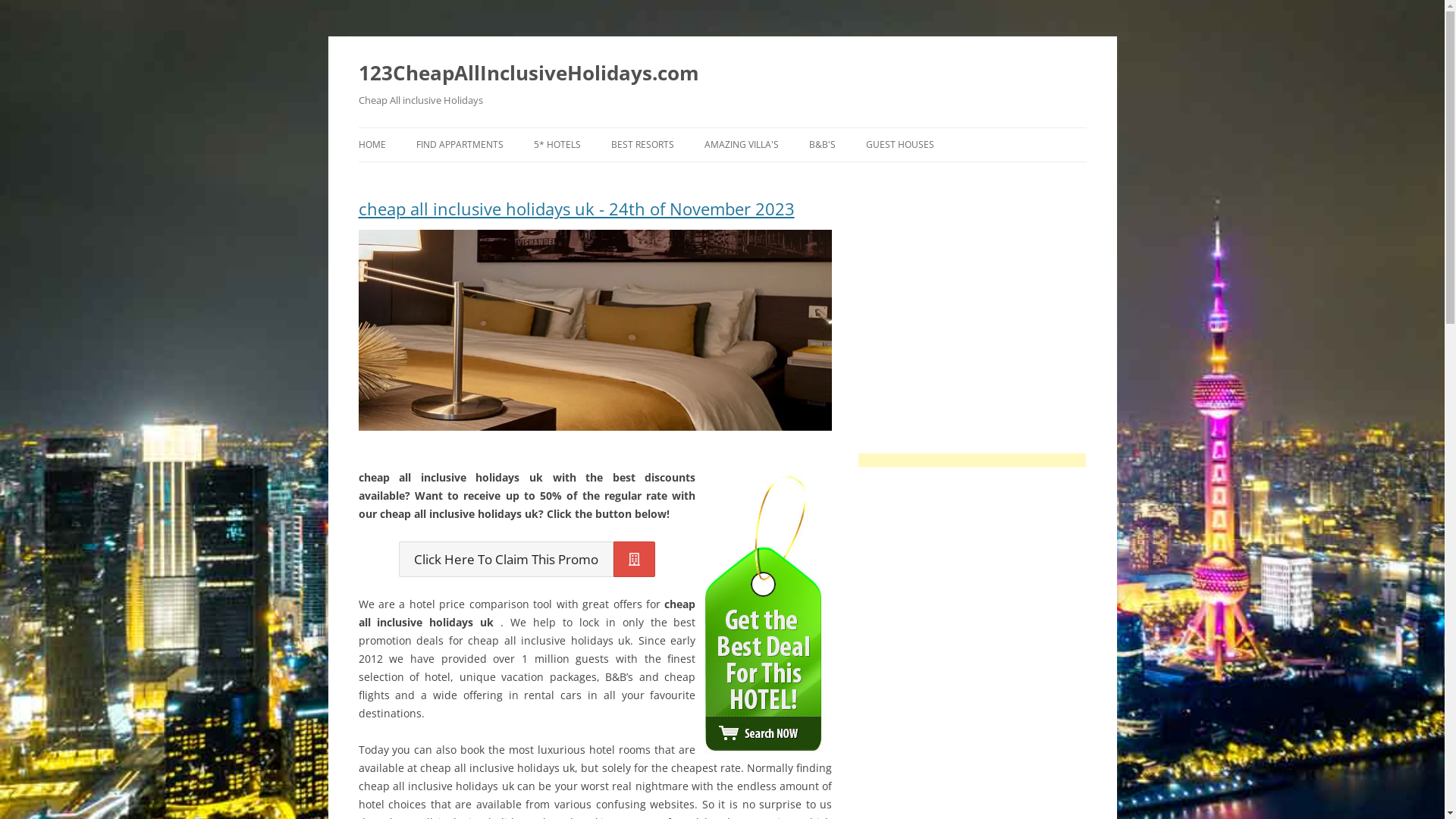 This screenshot has width=1456, height=819. I want to click on '123CheapAllInclusiveHolidays.com', so click(528, 73).